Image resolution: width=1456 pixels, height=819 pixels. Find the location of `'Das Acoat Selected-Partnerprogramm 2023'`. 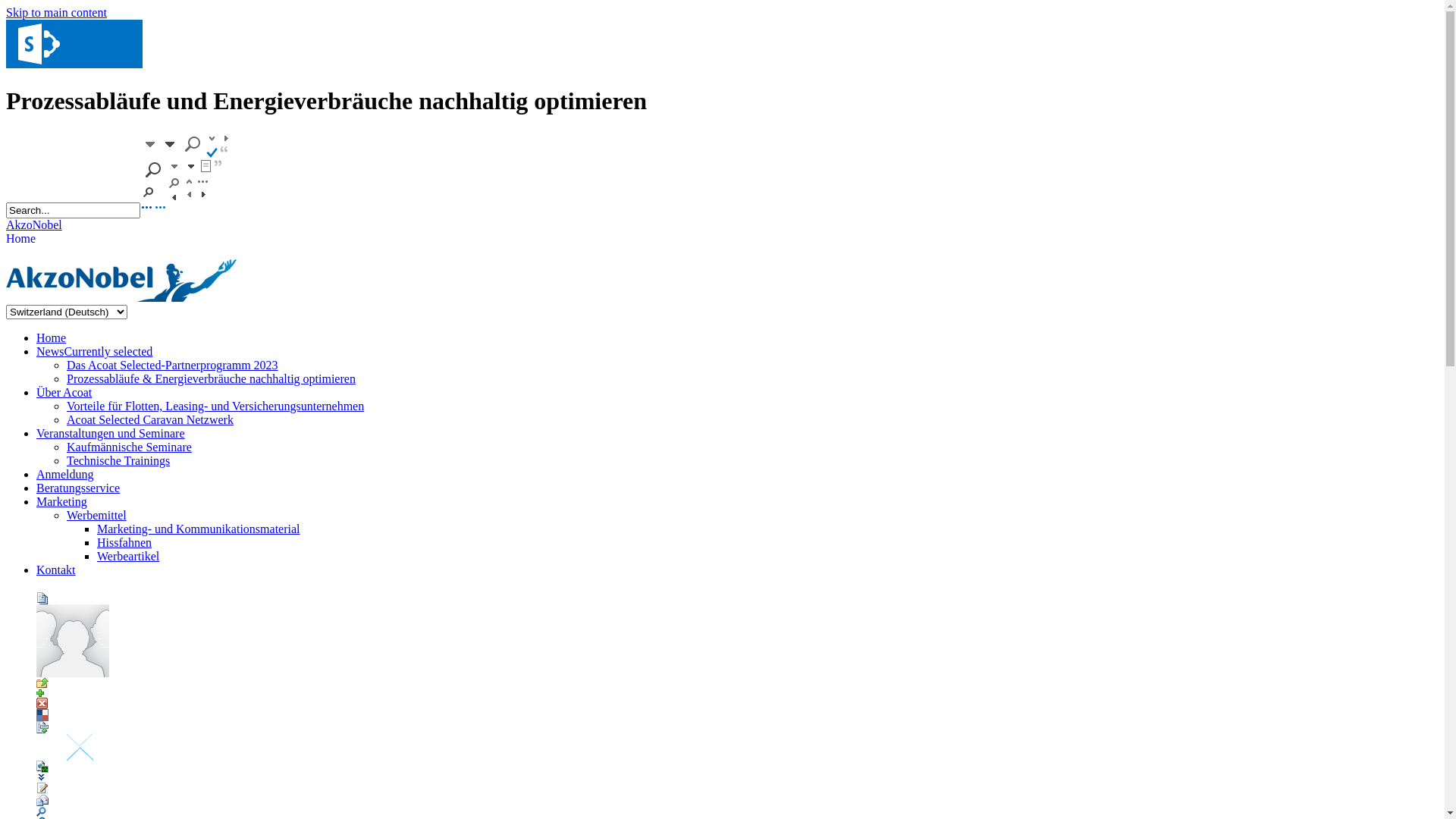

'Das Acoat Selected-Partnerprogramm 2023' is located at coordinates (172, 365).